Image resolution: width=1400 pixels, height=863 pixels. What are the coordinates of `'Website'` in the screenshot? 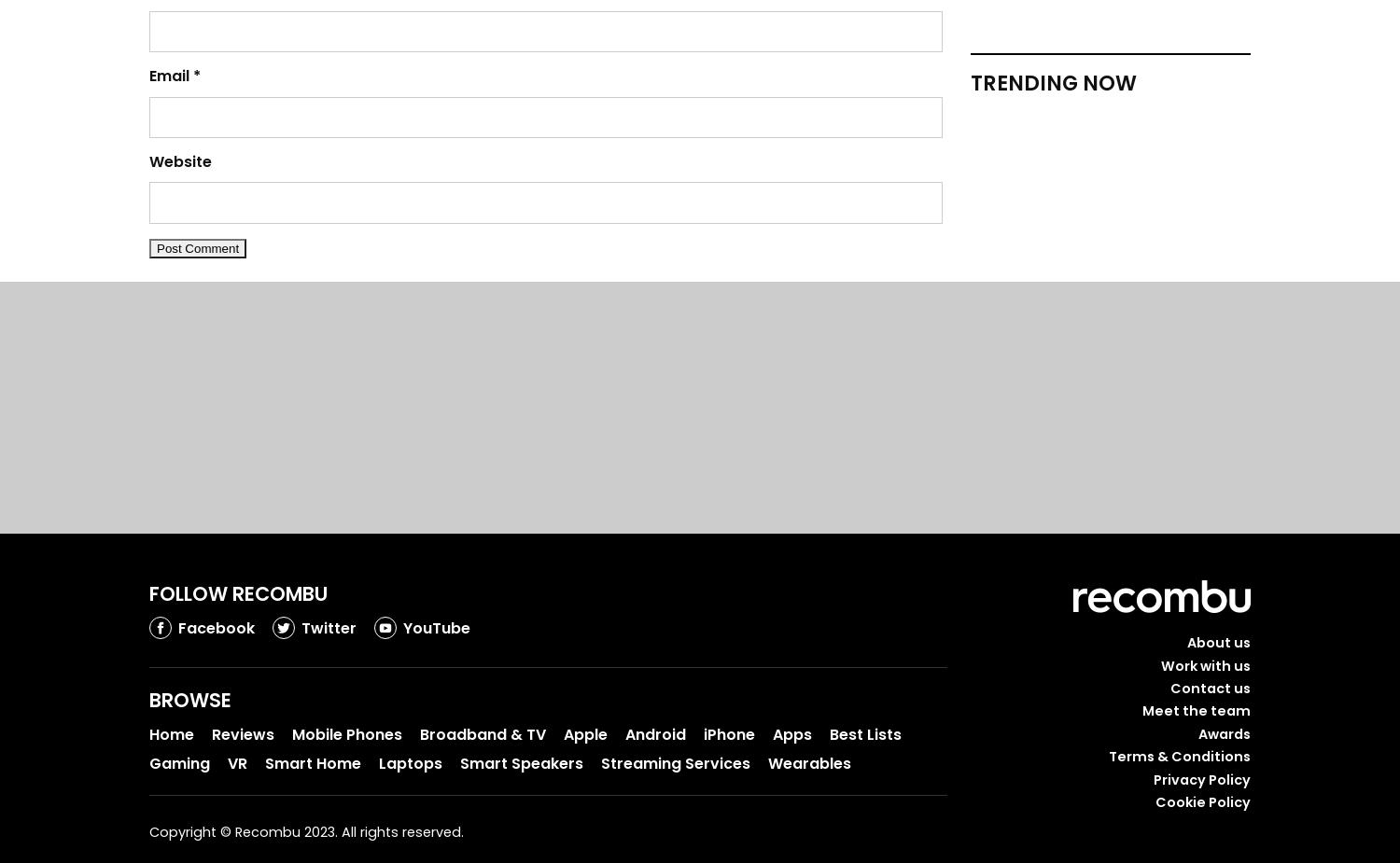 It's located at (179, 160).